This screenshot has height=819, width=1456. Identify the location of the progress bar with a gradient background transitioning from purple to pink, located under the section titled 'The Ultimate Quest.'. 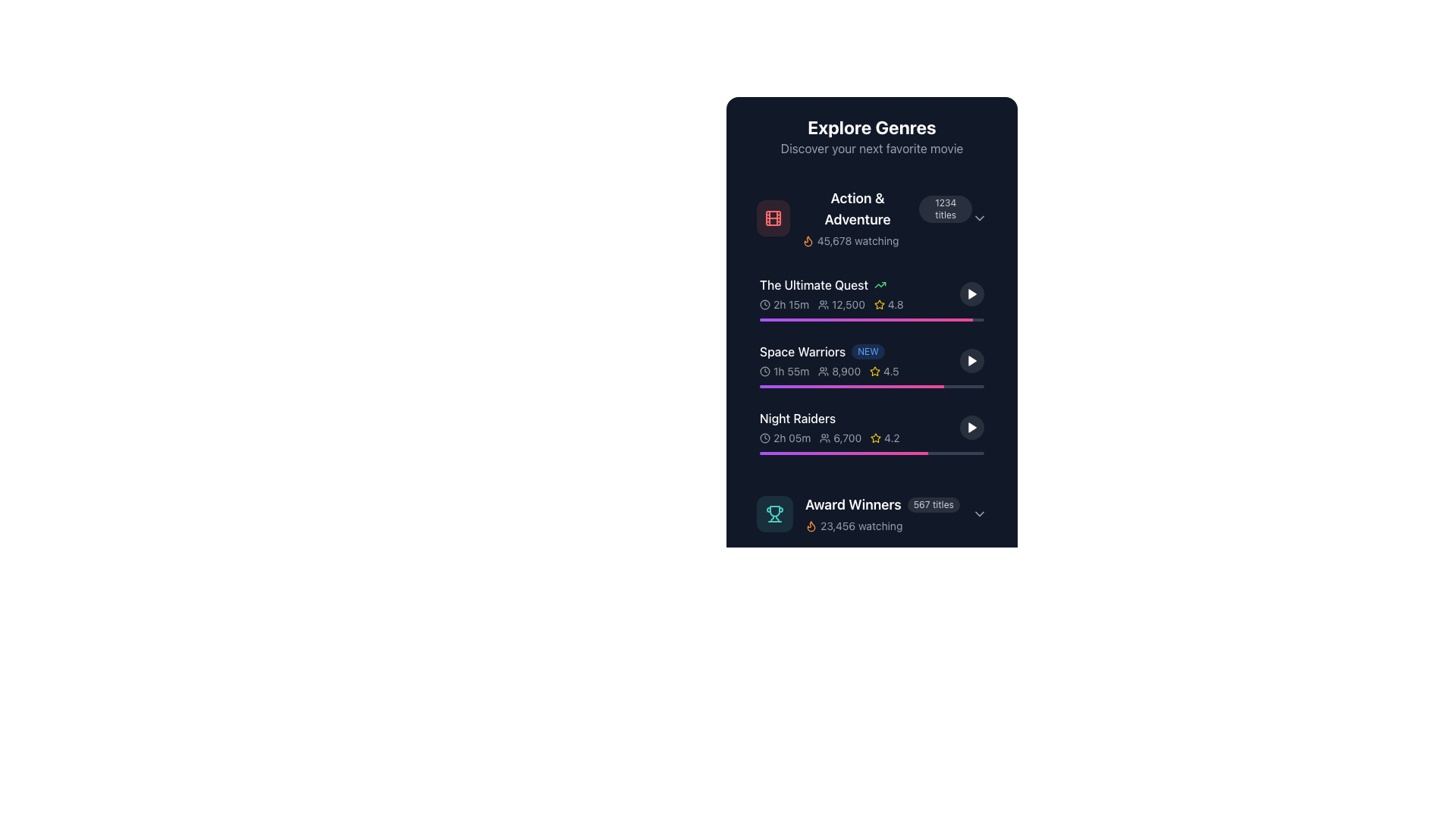
(866, 318).